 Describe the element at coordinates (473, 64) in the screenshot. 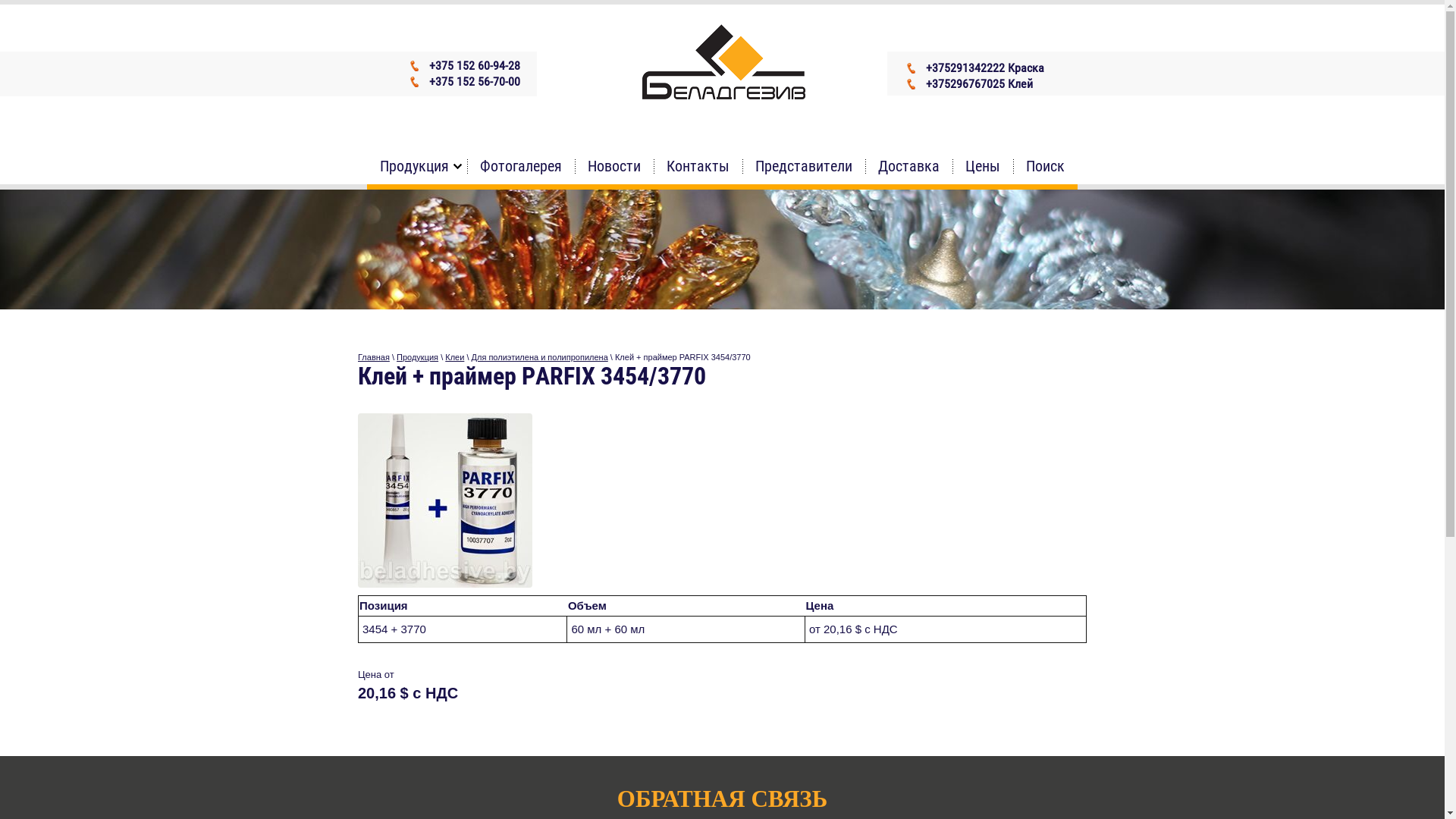

I see `'+375 152 60-94-28'` at that location.